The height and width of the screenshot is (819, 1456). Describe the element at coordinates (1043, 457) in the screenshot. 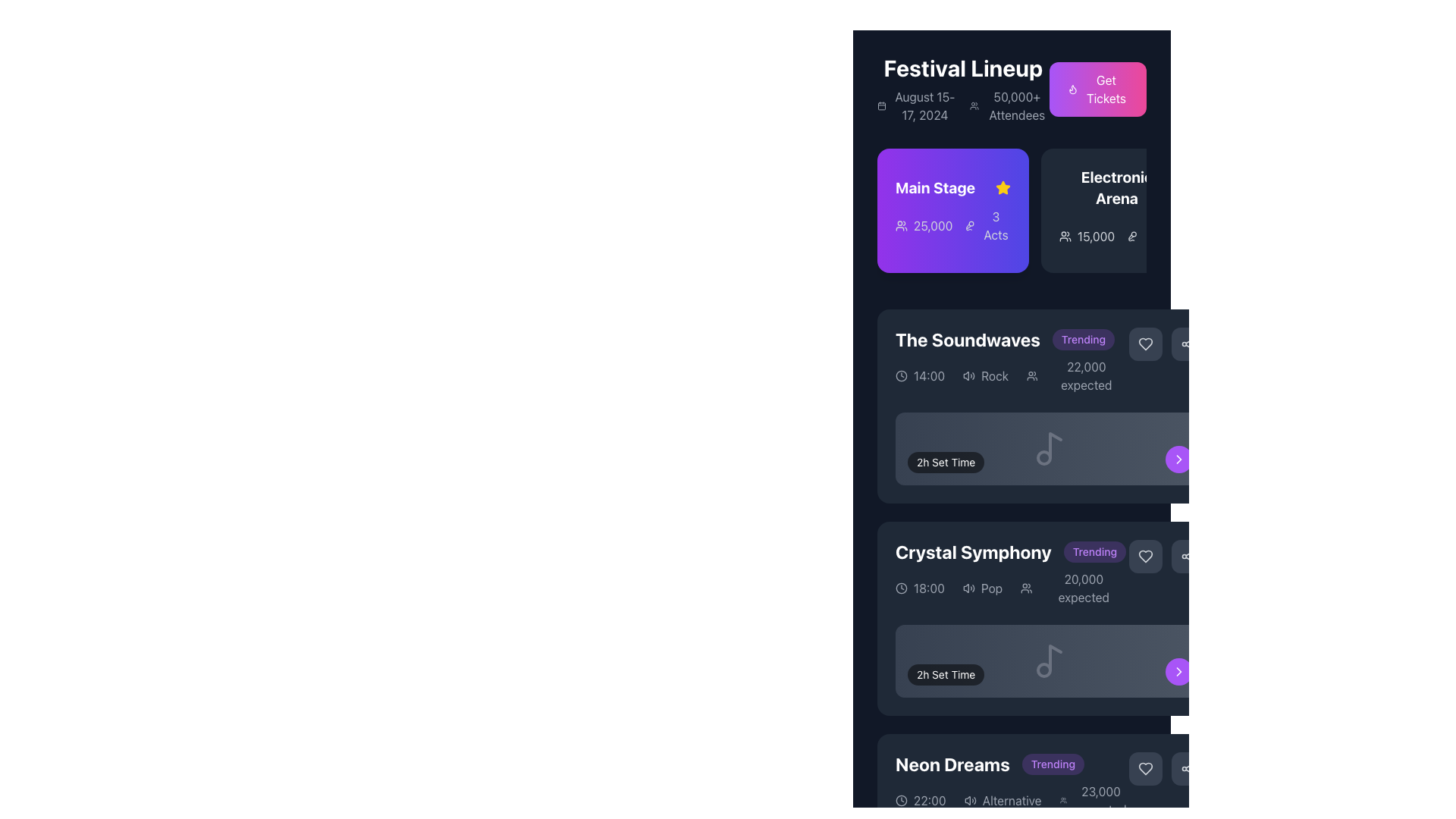

I see `the decorative SVG circle element of the music note icon, which is centrally aligned horizontally and positioned below the larger section of the note` at that location.